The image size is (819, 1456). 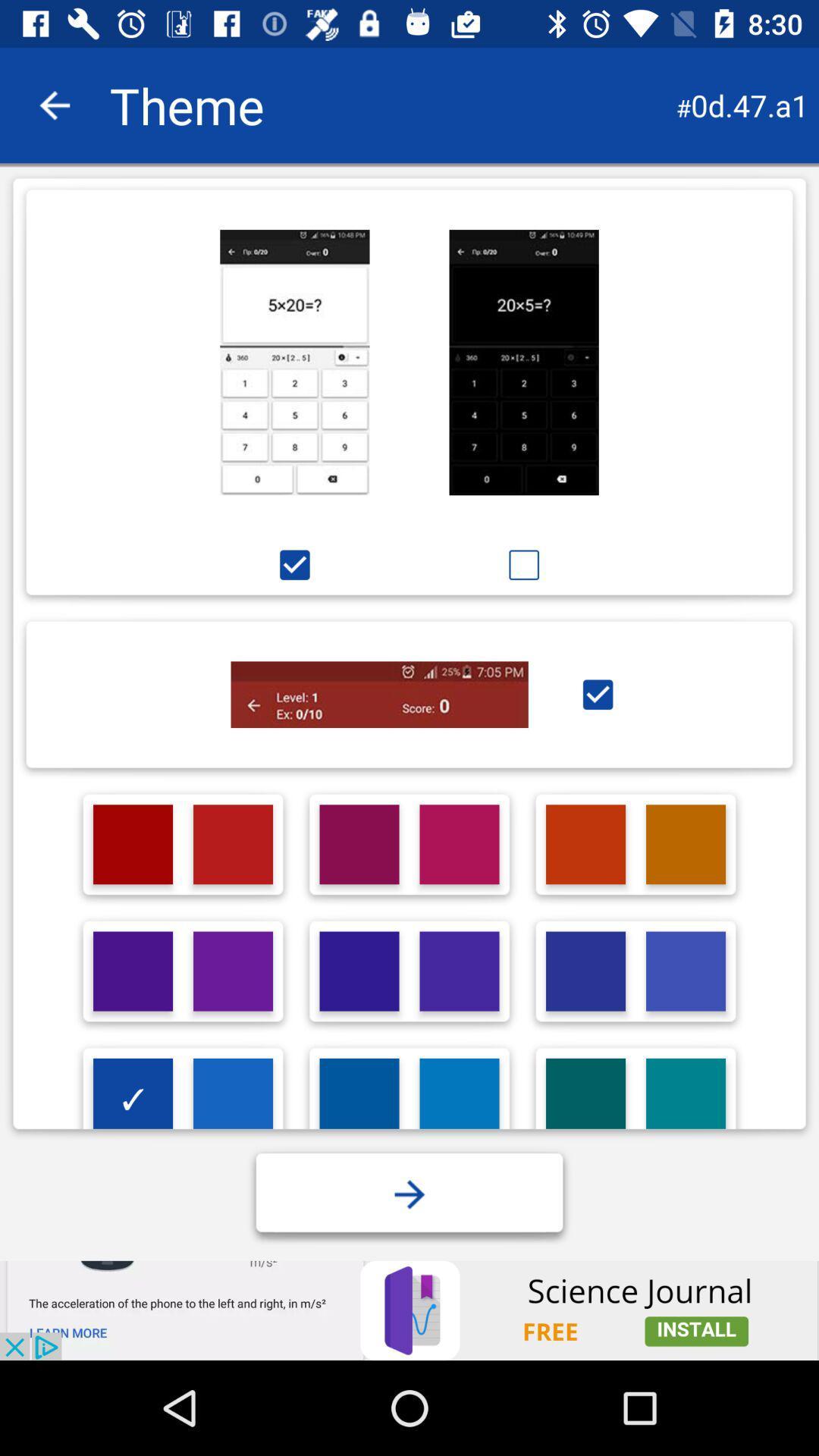 I want to click on advertisement, so click(x=458, y=1098).